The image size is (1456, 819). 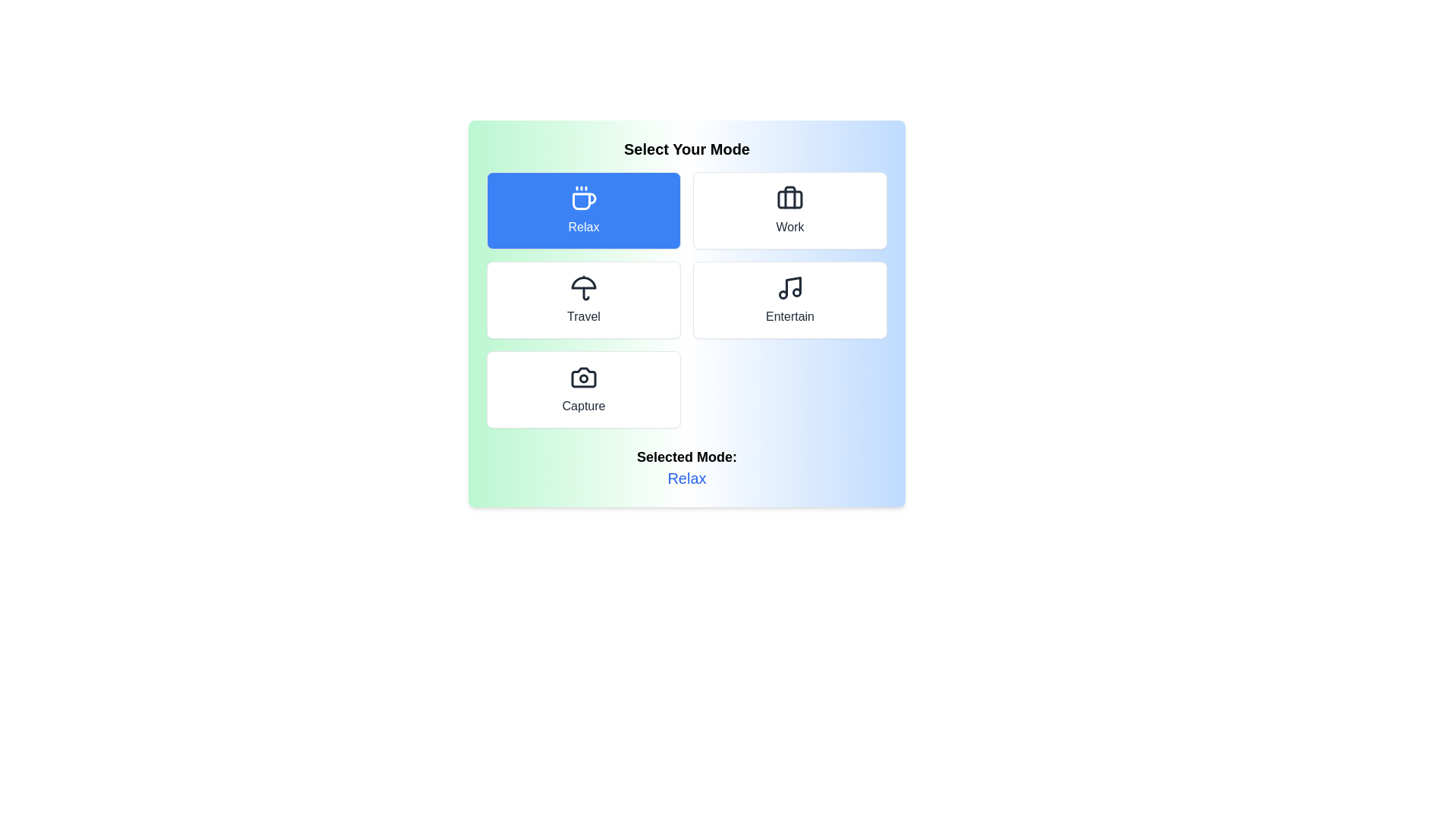 What do you see at coordinates (686, 479) in the screenshot?
I see `the text content of the element displaying the selected mode` at bounding box center [686, 479].